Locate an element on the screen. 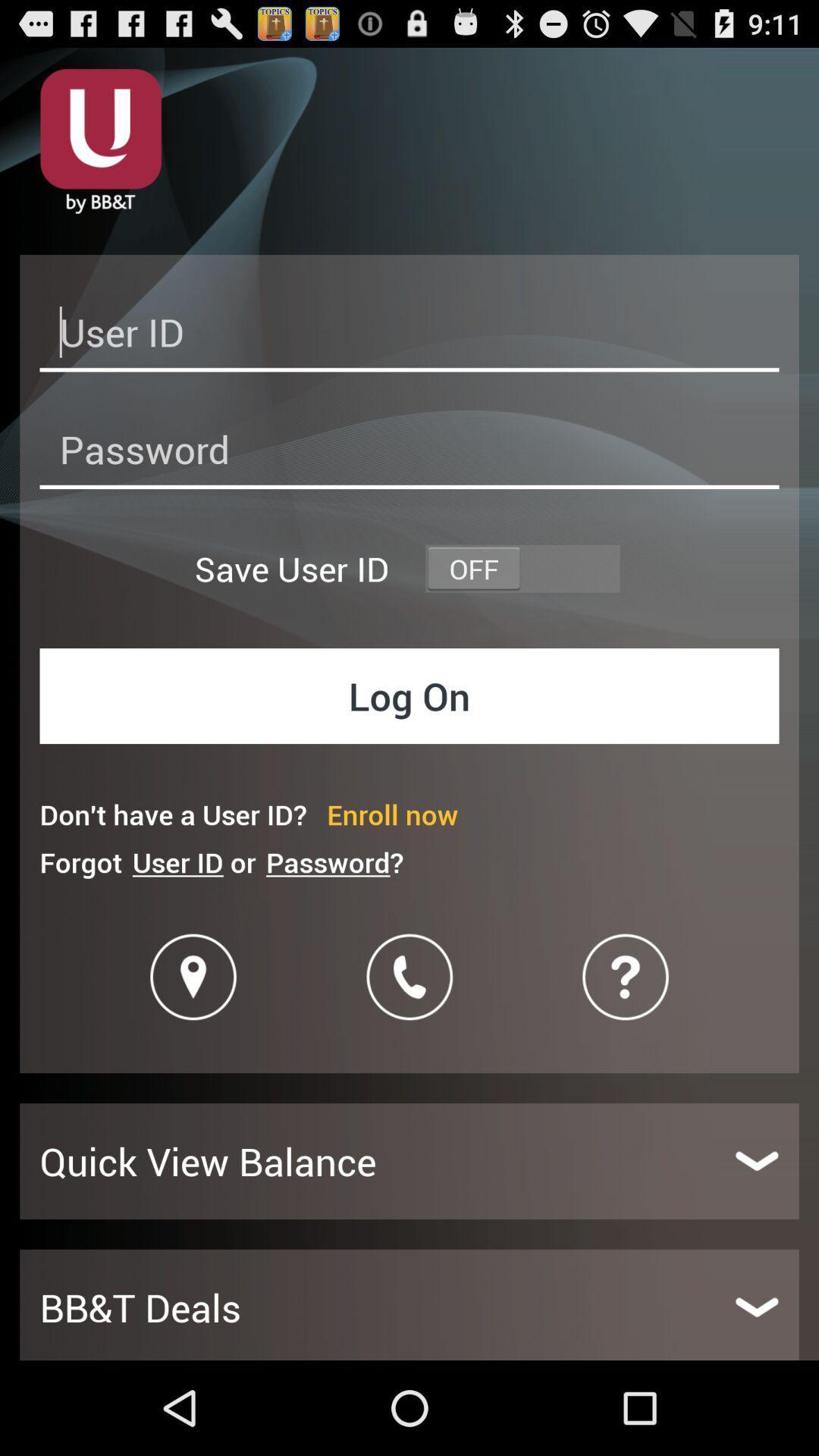  type user id is located at coordinates (409, 336).